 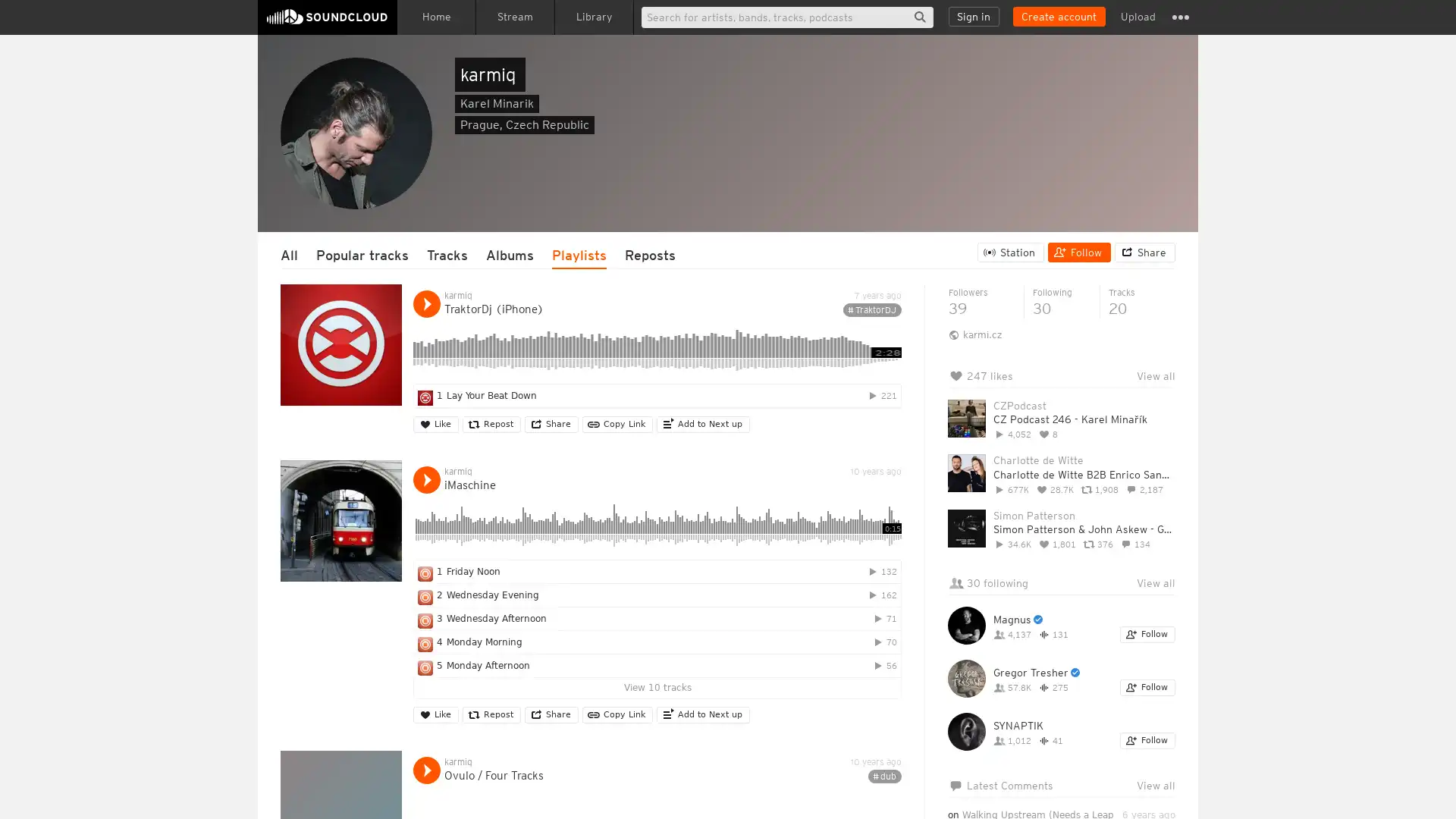 I want to click on Clear, so click(x=1124, y=414).